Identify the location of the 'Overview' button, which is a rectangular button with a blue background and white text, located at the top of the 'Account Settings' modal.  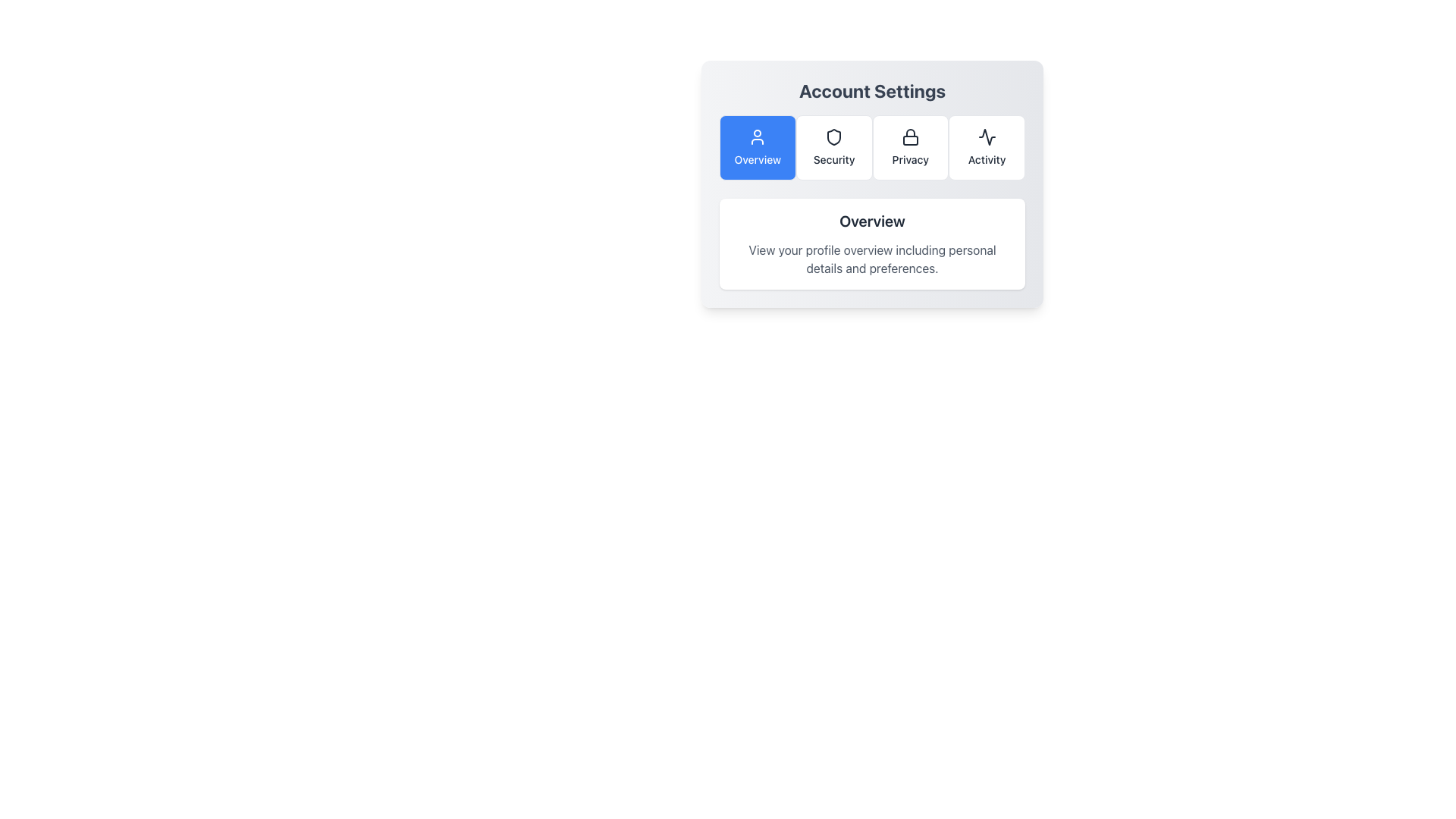
(758, 148).